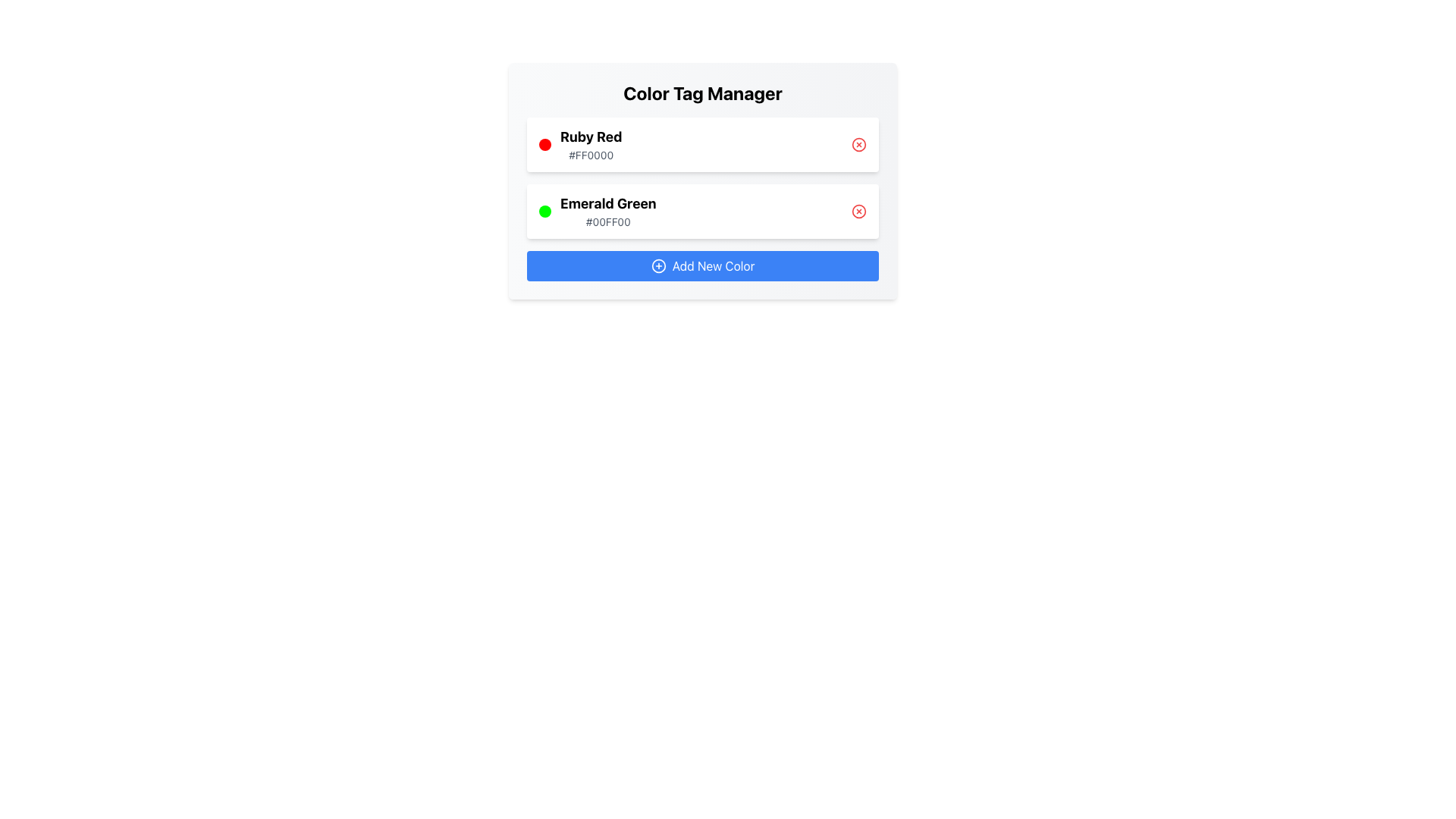 The image size is (1456, 819). Describe the element at coordinates (658, 265) in the screenshot. I see `the icon symbolizing the addition of a new item within the 'Add New Color' button` at that location.